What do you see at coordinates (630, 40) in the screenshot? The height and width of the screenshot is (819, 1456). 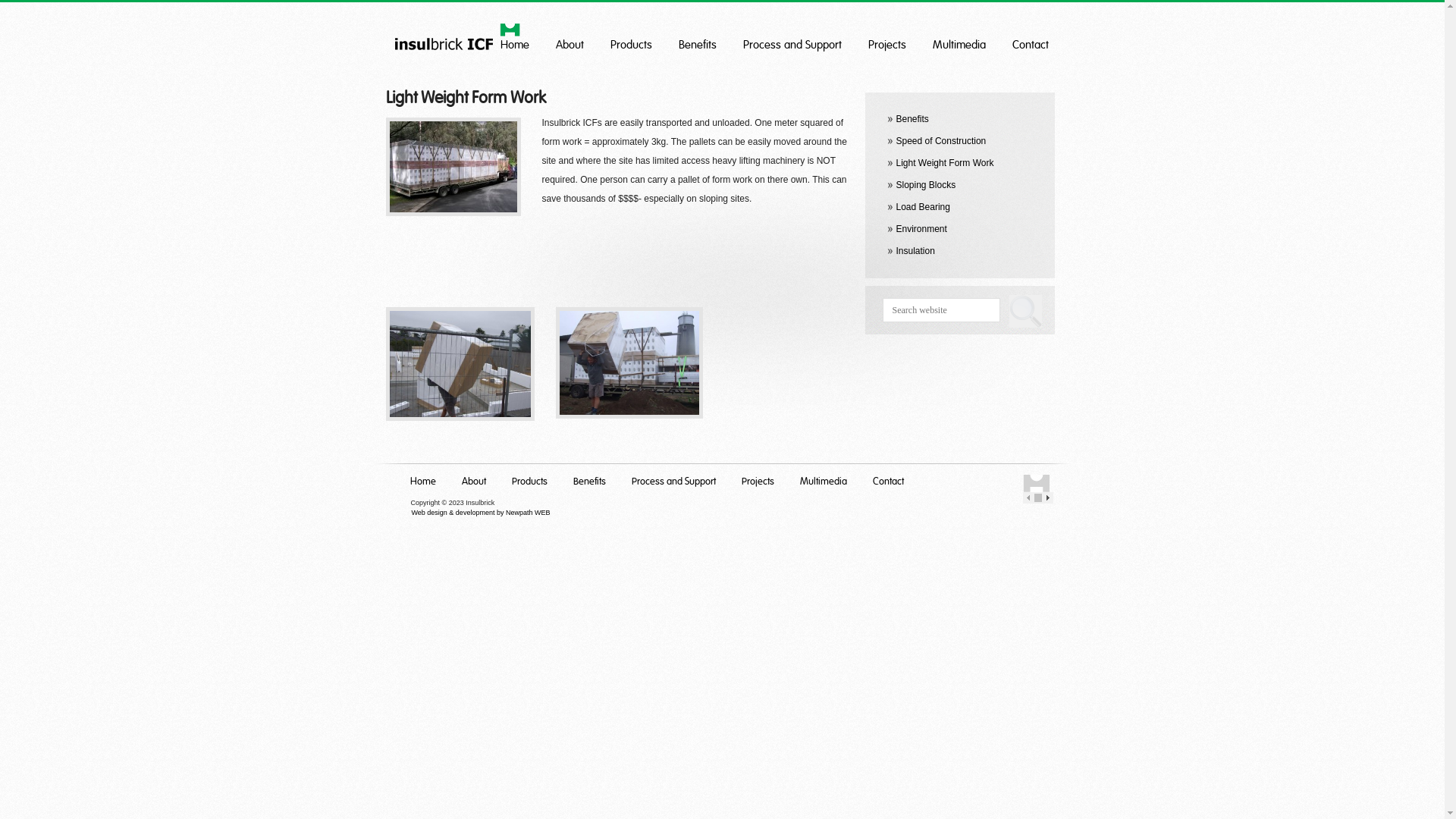 I see `'Products'` at bounding box center [630, 40].